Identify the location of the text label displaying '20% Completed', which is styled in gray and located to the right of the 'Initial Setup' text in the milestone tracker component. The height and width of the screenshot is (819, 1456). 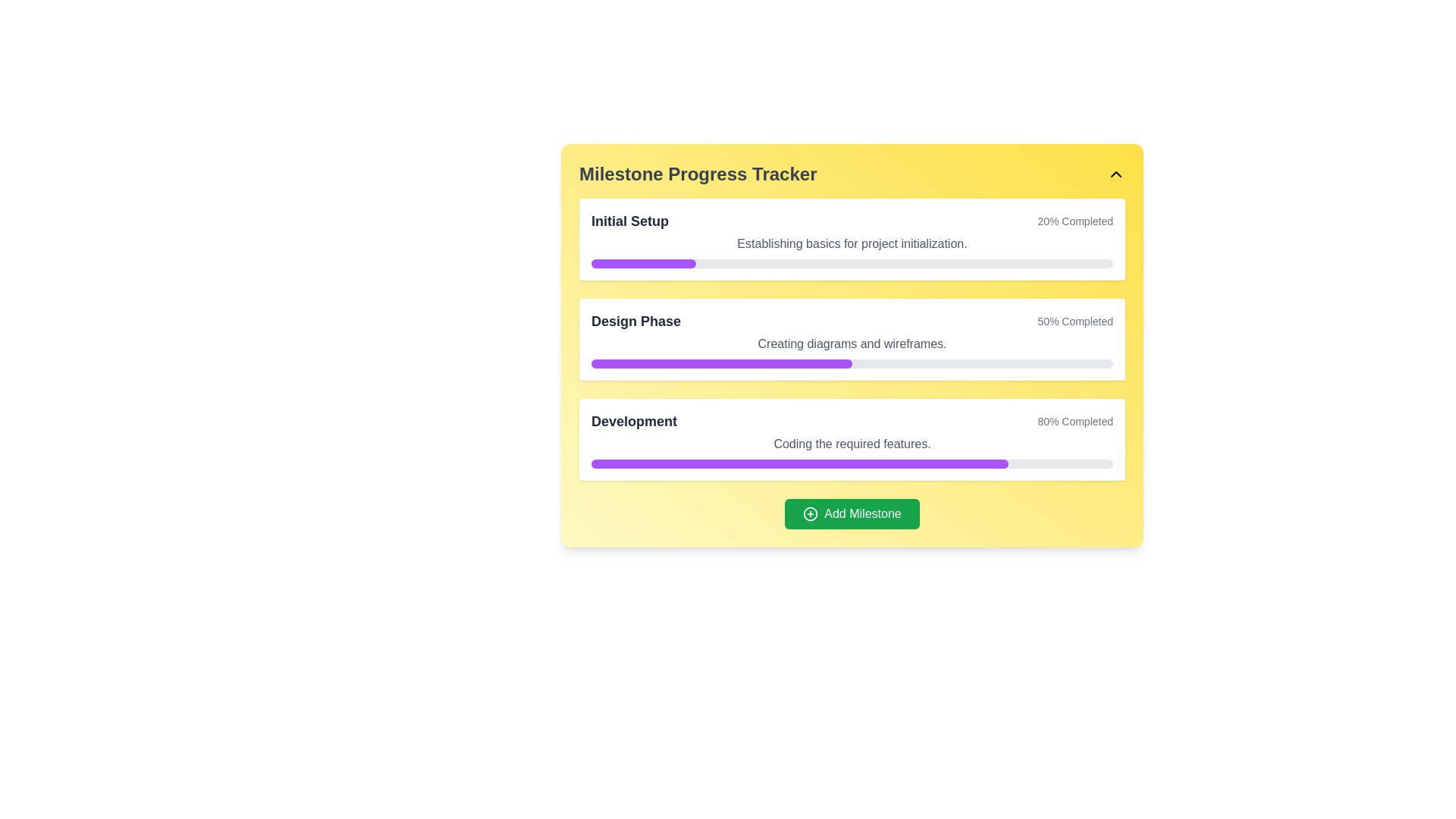
(1075, 221).